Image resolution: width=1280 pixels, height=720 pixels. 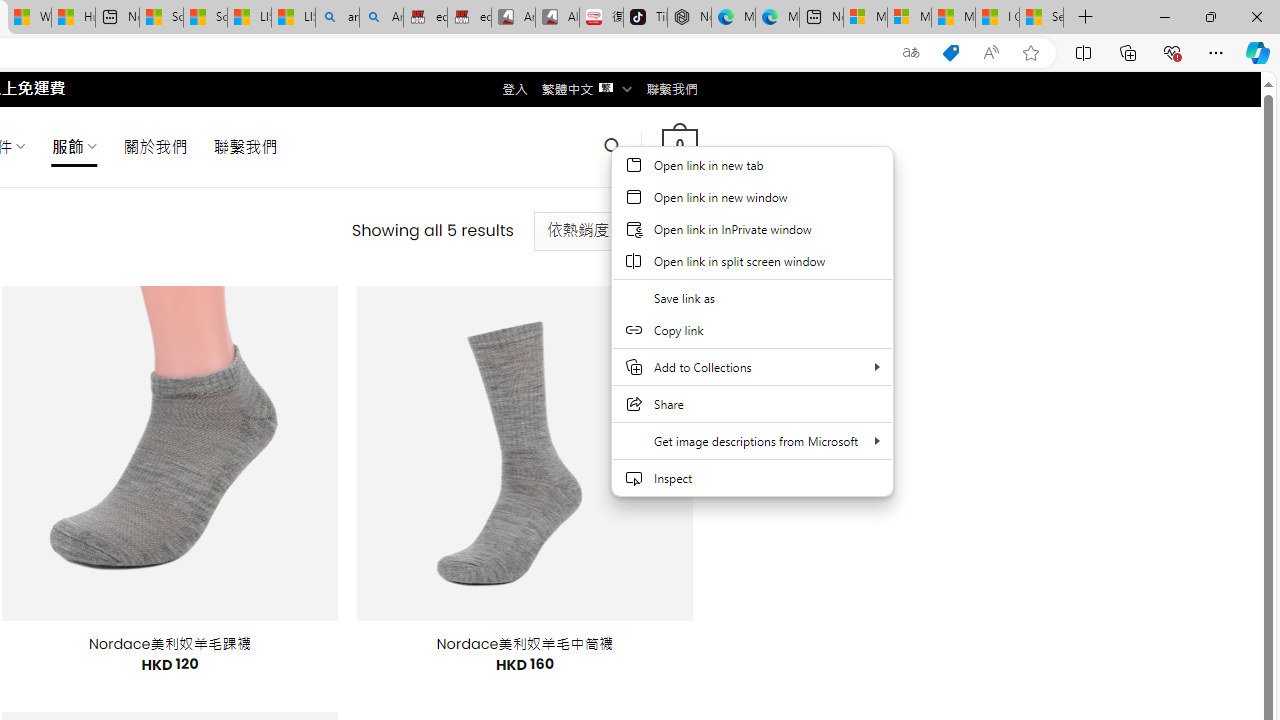 I want to click on 'Copy link', so click(x=751, y=329).